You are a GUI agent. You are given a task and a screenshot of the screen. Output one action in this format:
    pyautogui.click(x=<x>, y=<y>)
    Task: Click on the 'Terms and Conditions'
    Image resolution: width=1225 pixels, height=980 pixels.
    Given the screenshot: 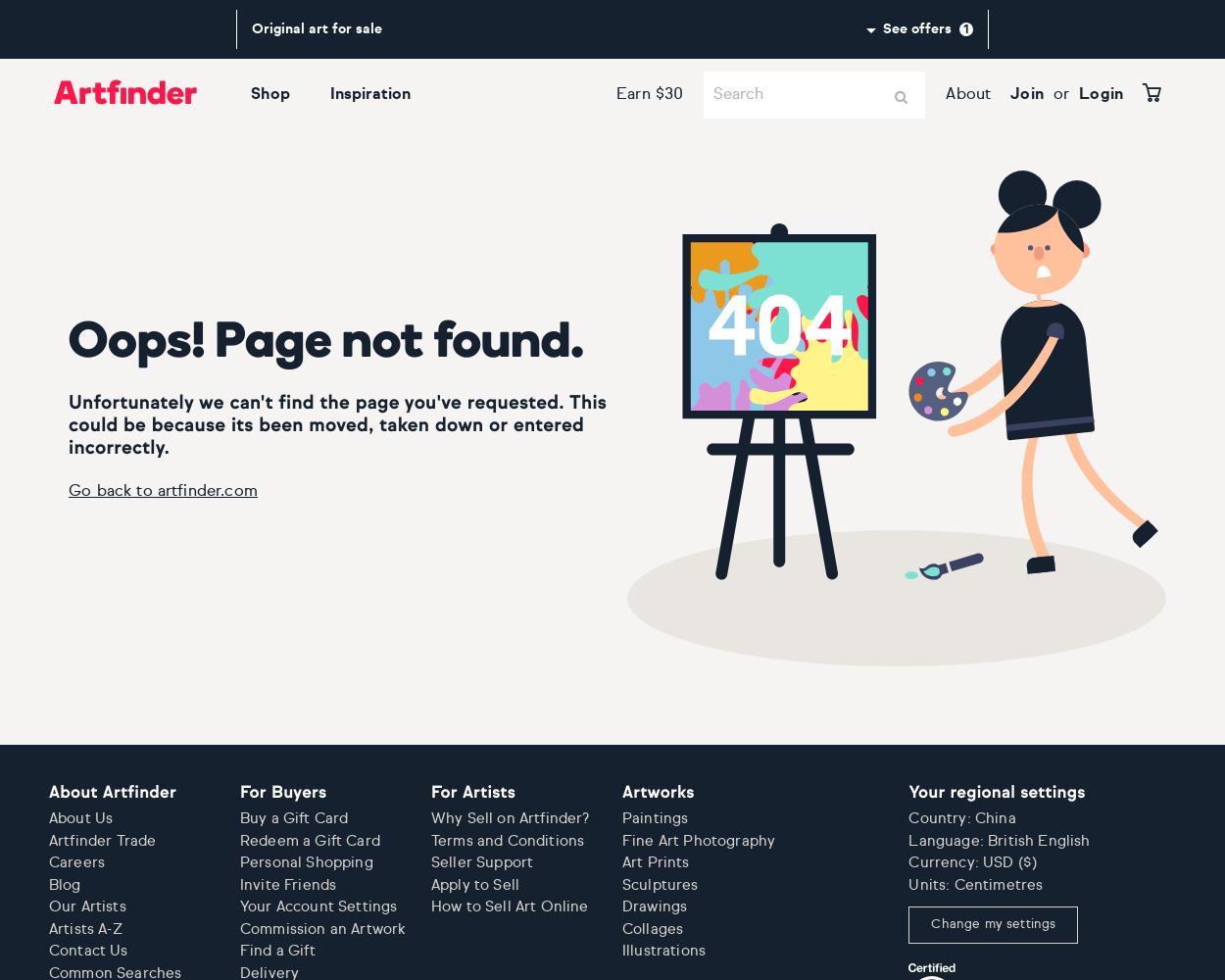 What is the action you would take?
    pyautogui.click(x=508, y=839)
    